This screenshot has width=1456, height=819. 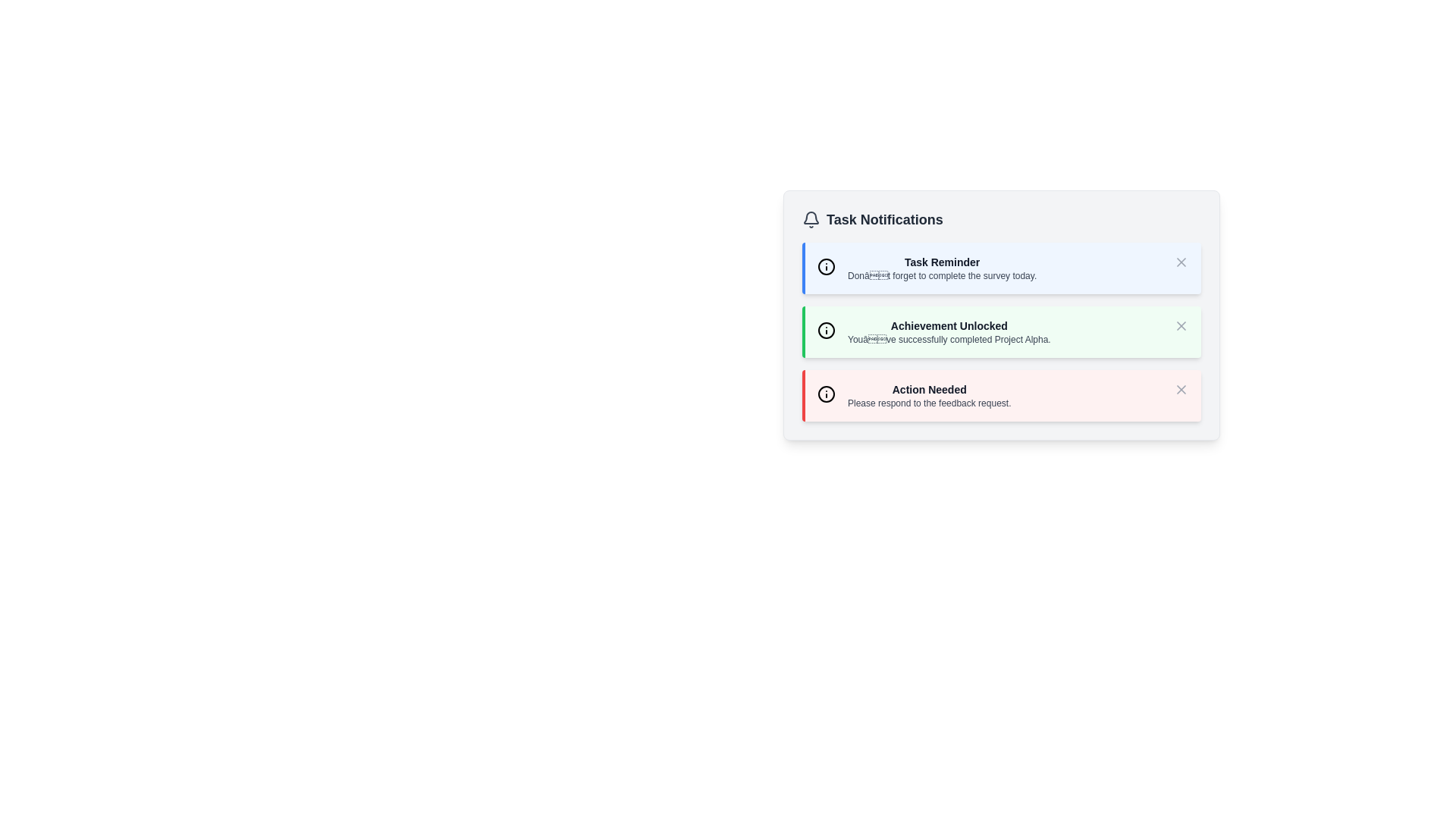 What do you see at coordinates (825, 394) in the screenshot?
I see `the decorative SVG Circle that serves as the outer boundary of the information icon within the notification interface, located at the start of the first notification card` at bounding box center [825, 394].